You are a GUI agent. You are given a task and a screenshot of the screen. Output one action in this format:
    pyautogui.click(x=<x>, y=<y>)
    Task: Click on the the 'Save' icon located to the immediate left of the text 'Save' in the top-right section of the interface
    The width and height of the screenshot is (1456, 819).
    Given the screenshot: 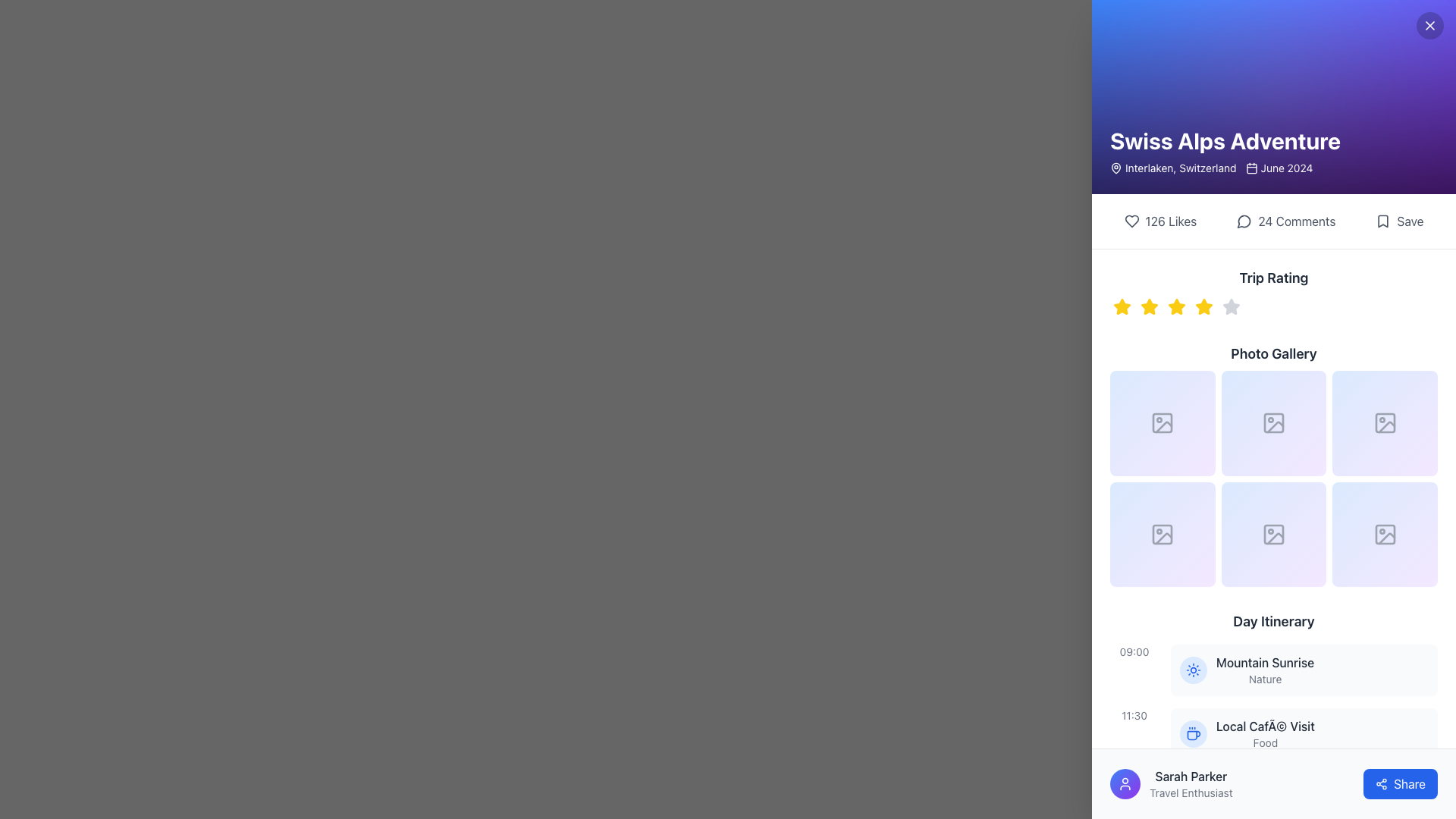 What is the action you would take?
    pyautogui.click(x=1383, y=221)
    